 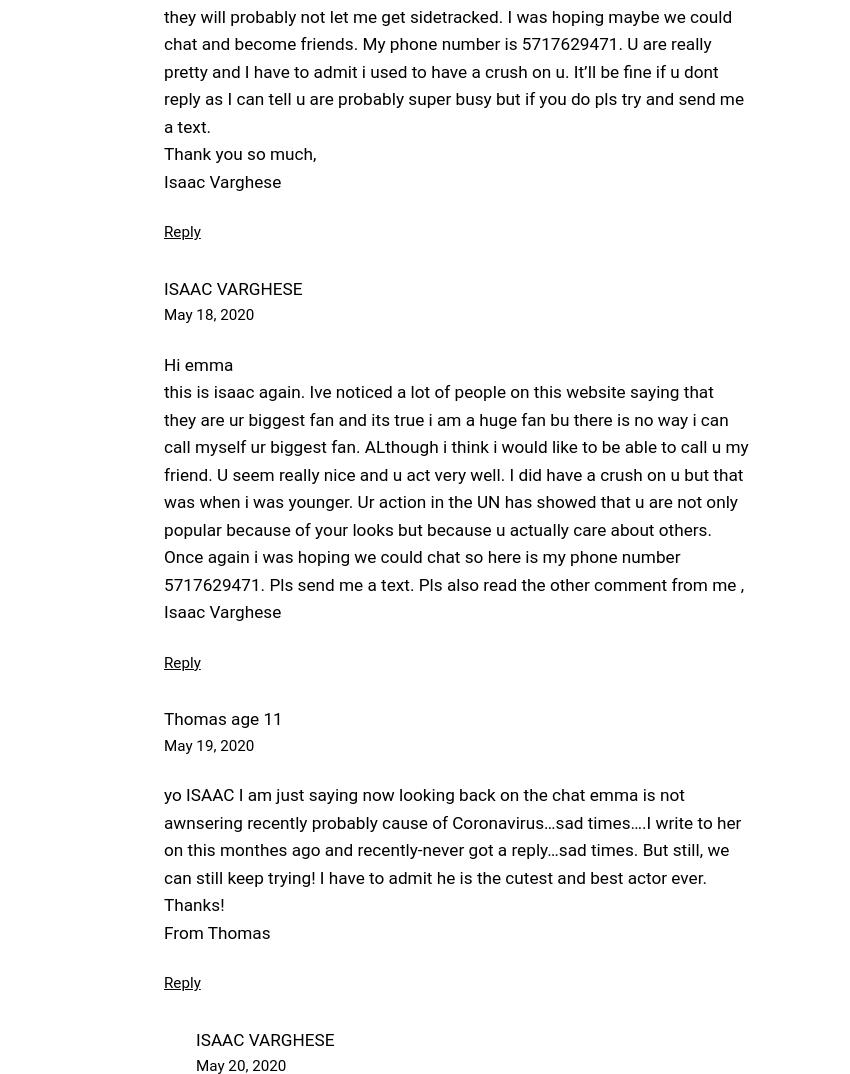 What do you see at coordinates (451, 836) in the screenshot?
I see `'yo ISAAC I am just saying now looking back on the chat emma is not awnsering recently probably cause of Coronavirus…sad times….I write to her on this monthes ago and recently-never got a reply…sad times. But still, we can still keep trying! I have to admit he is the cutest and best actor ever.'` at bounding box center [451, 836].